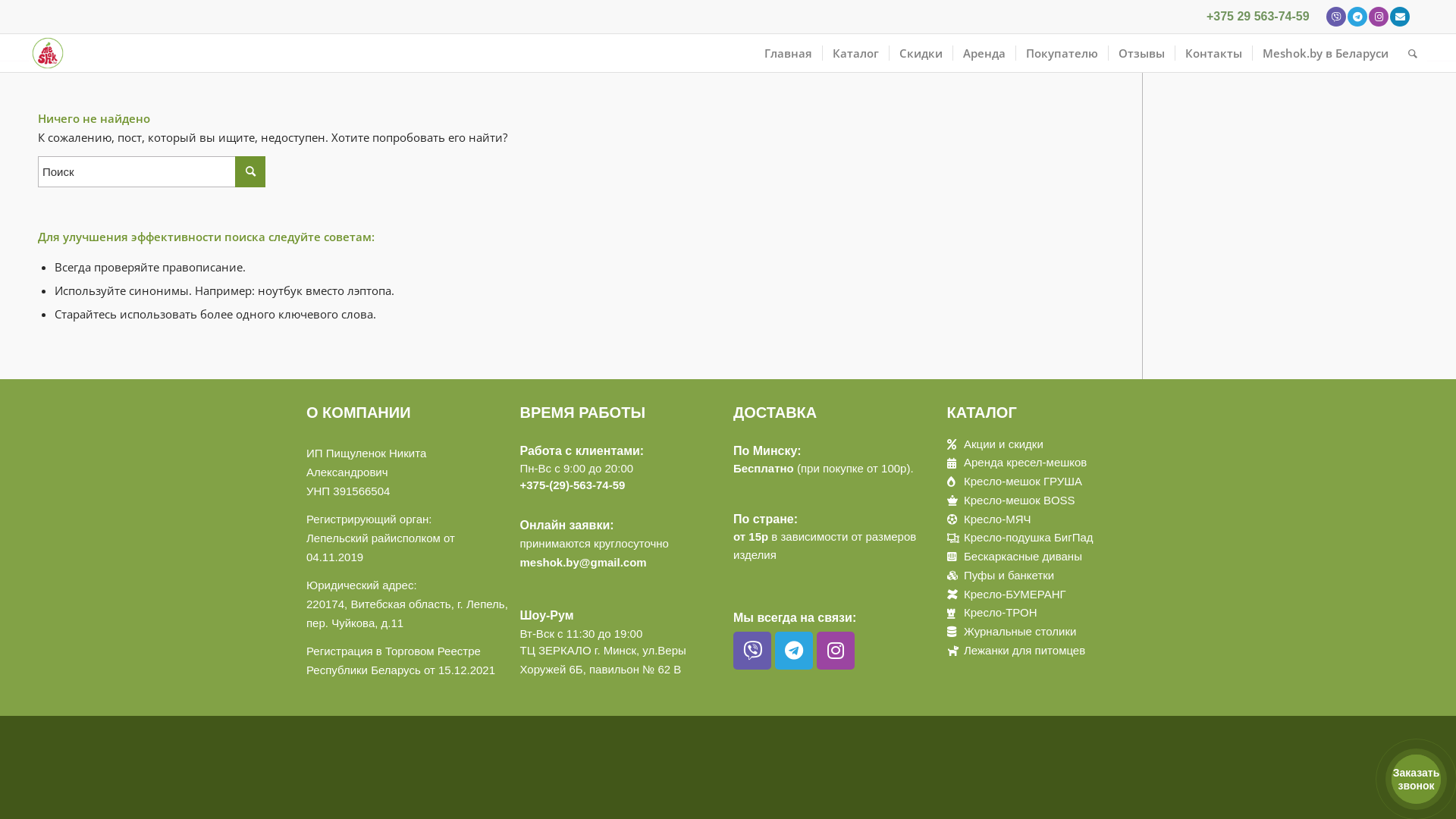  What do you see at coordinates (47, 52) in the screenshot?
I see `'logo'` at bounding box center [47, 52].